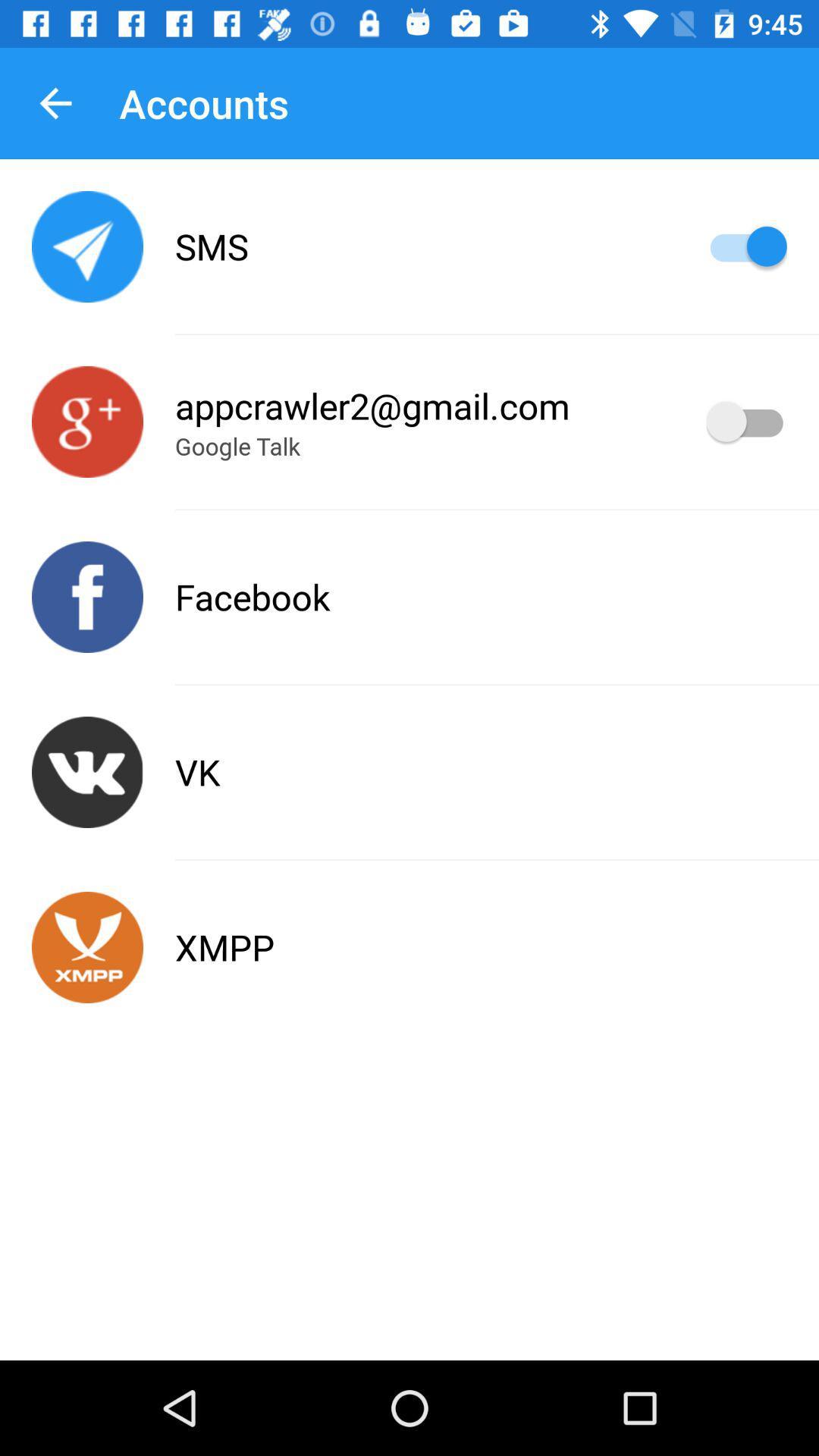 The image size is (819, 1456). Describe the element at coordinates (87, 596) in the screenshot. I see `facebook page` at that location.